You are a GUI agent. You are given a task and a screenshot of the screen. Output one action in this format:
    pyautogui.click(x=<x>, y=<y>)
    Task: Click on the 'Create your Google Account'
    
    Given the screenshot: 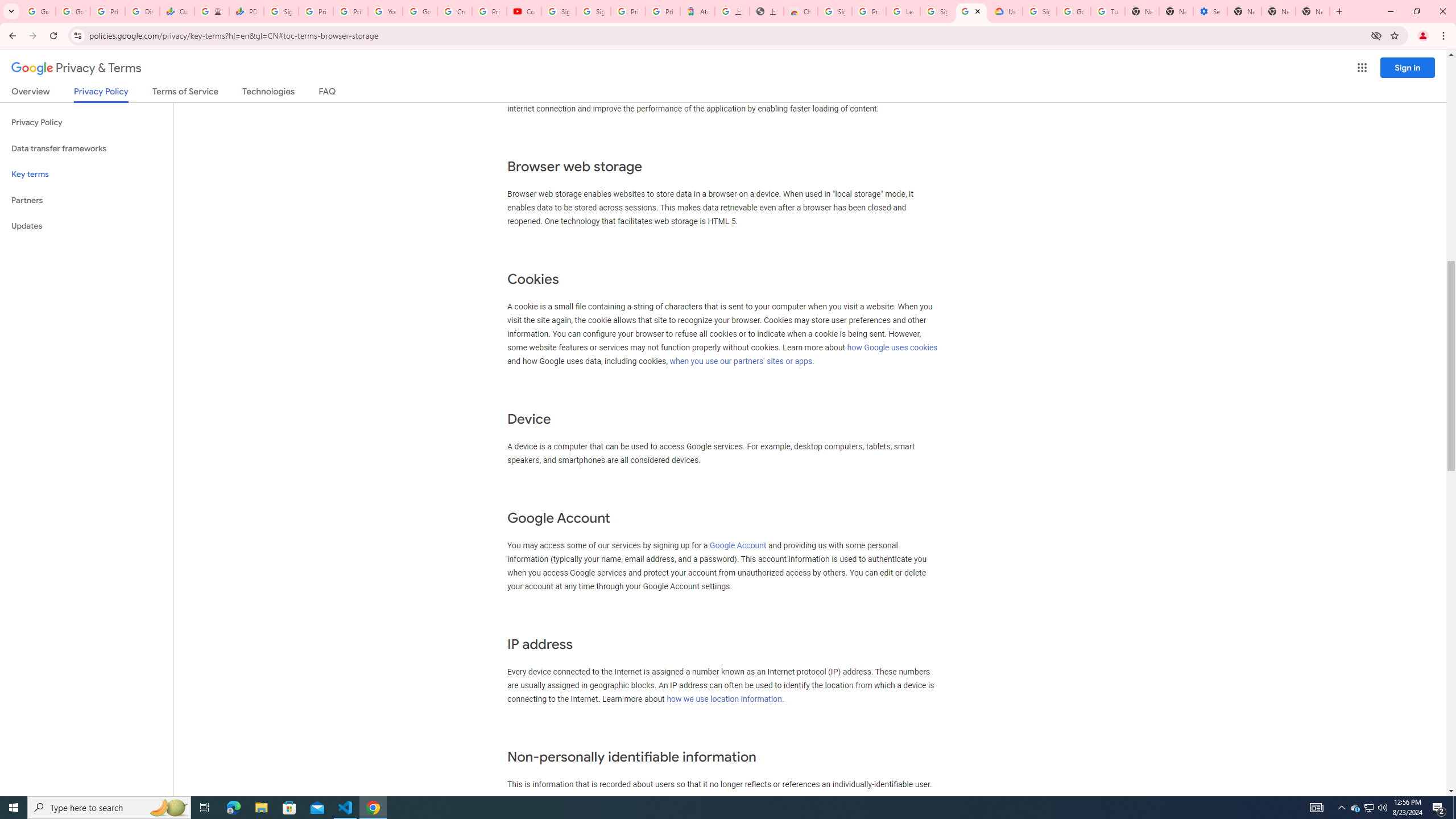 What is the action you would take?
    pyautogui.click(x=454, y=11)
    